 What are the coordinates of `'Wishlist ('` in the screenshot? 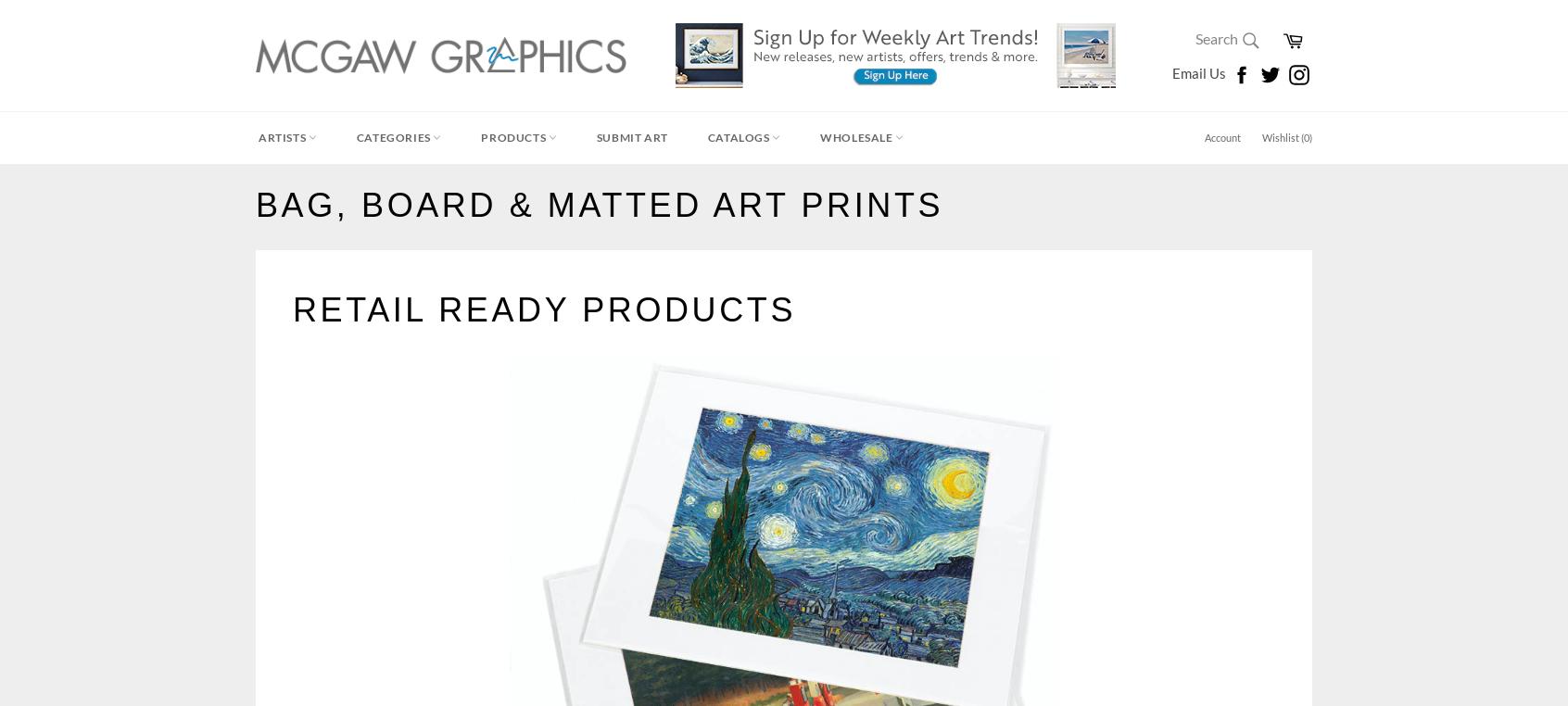 It's located at (1283, 136).